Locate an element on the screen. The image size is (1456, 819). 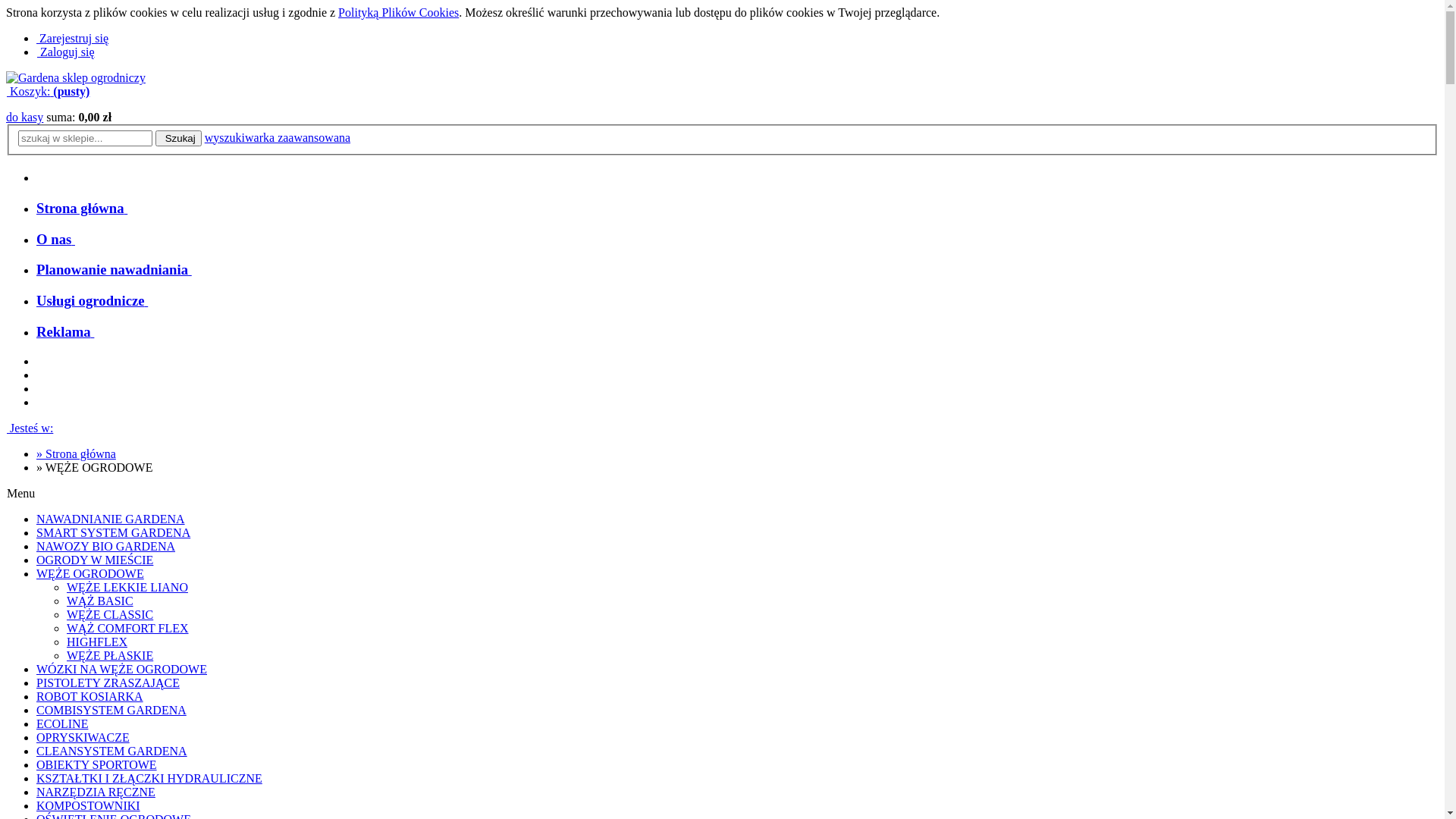
'OBIEKTY SPORTOWE' is located at coordinates (96, 764).